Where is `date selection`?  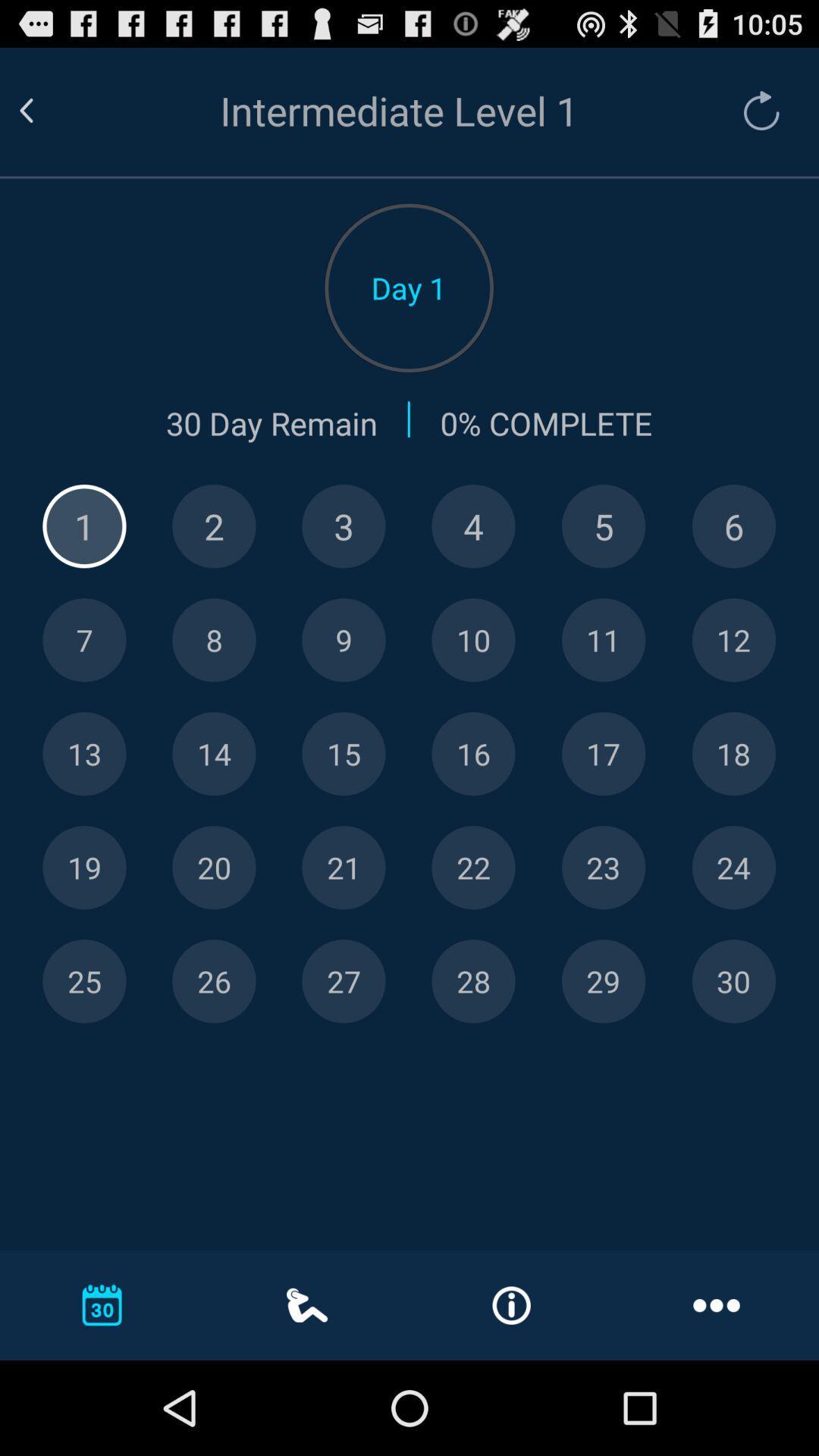 date selection is located at coordinates (344, 526).